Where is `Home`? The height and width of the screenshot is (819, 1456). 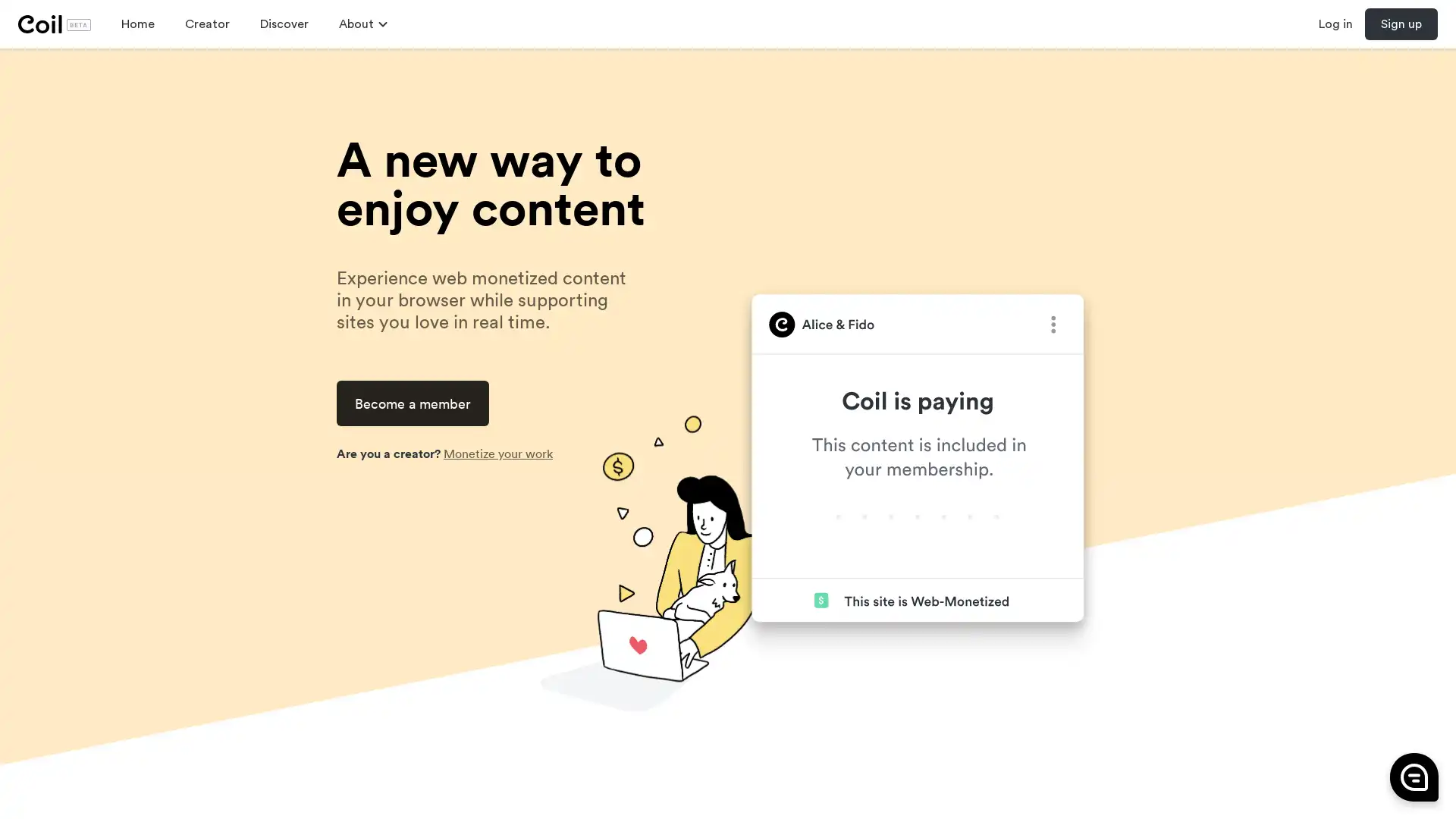 Home is located at coordinates (138, 24).